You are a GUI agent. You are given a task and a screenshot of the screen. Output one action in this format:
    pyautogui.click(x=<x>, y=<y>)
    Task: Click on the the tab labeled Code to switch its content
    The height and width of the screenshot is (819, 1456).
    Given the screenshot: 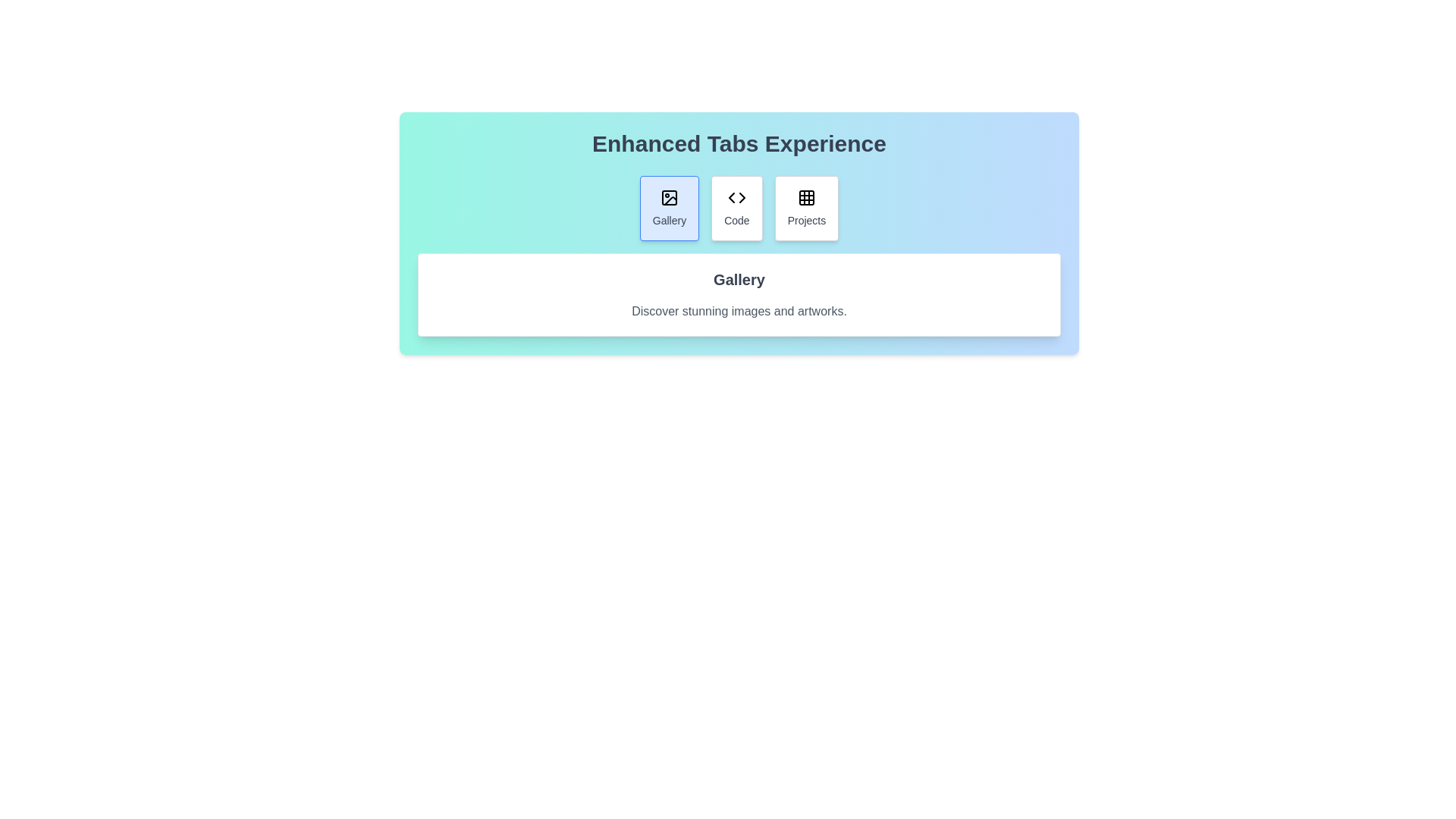 What is the action you would take?
    pyautogui.click(x=736, y=208)
    